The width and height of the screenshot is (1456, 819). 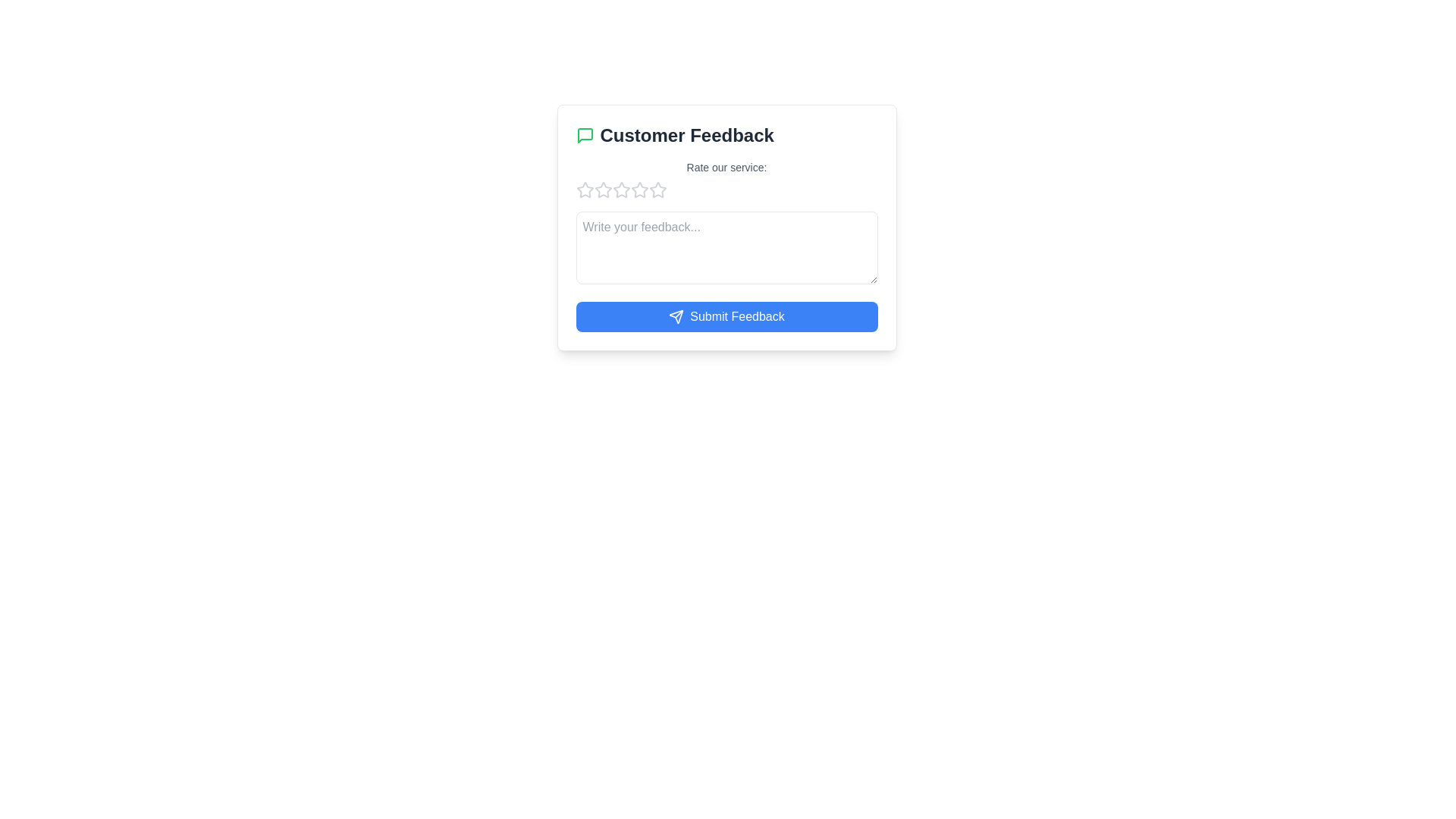 What do you see at coordinates (726, 167) in the screenshot?
I see `the static text label reading 'Rate our service:' which is located near the top of the feedback form, above the star rating interface` at bounding box center [726, 167].